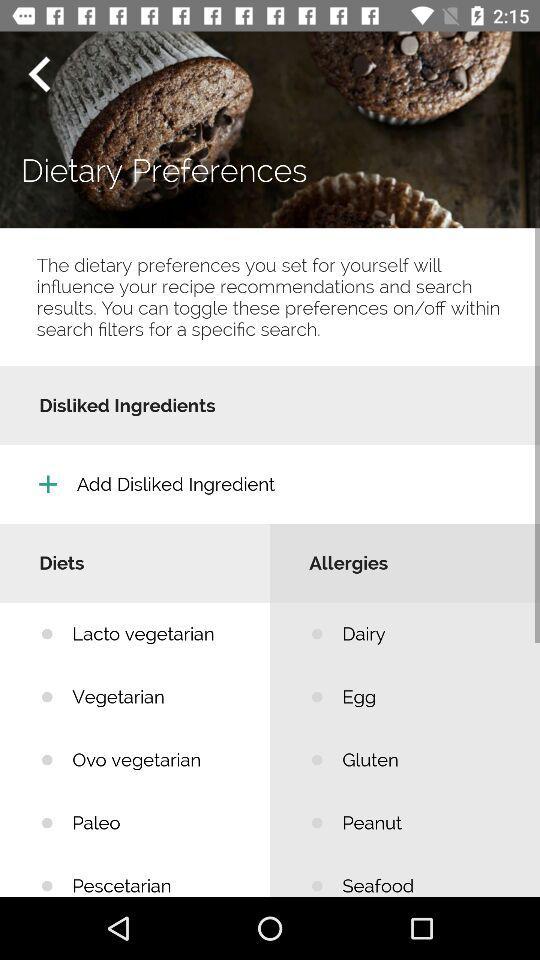 The height and width of the screenshot is (960, 540). I want to click on seafood icon, so click(425, 874).